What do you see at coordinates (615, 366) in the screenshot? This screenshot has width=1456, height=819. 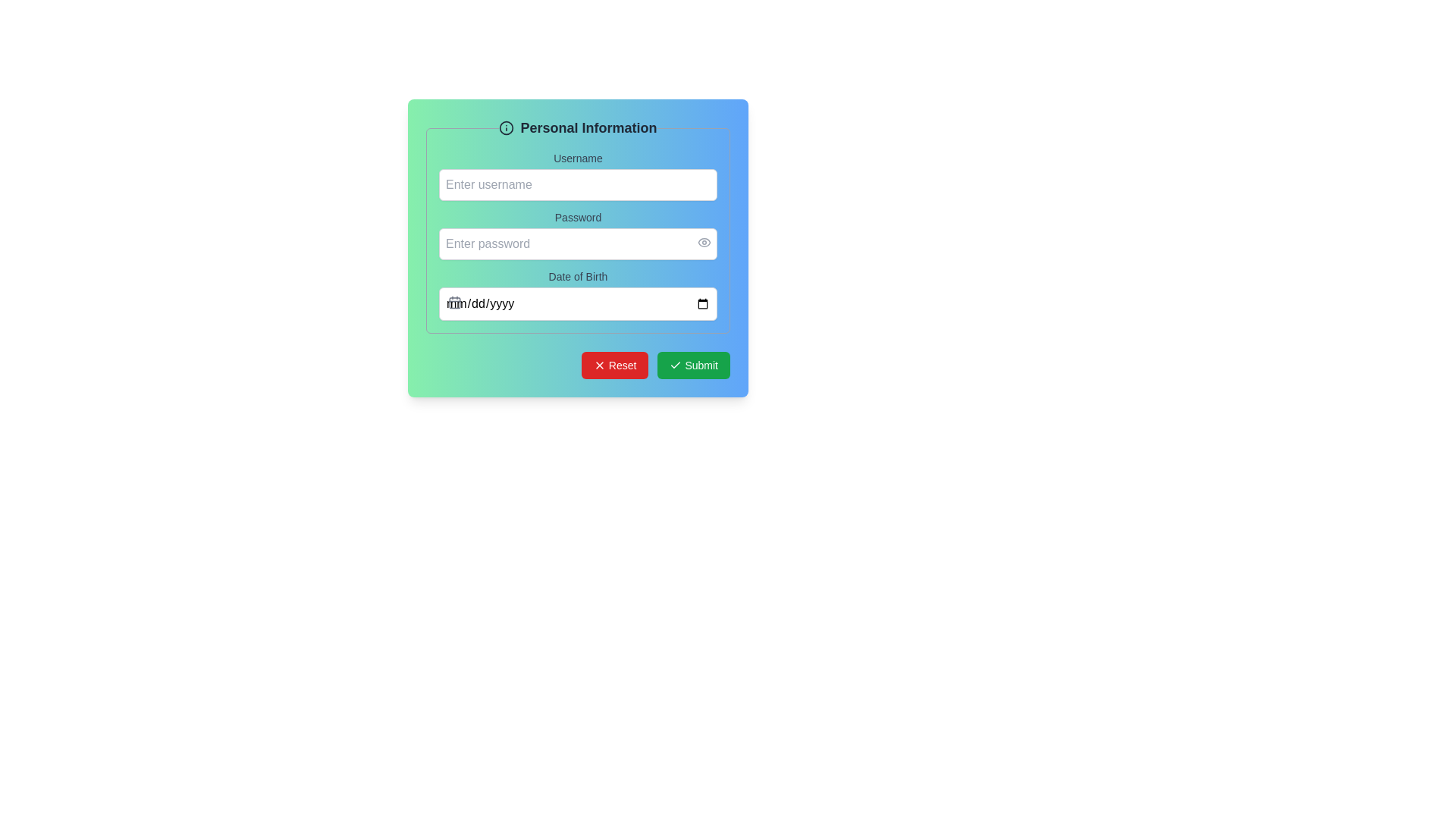 I see `the red 'Reset' button with rounded corners that has a white text label and an 'X' icon` at bounding box center [615, 366].